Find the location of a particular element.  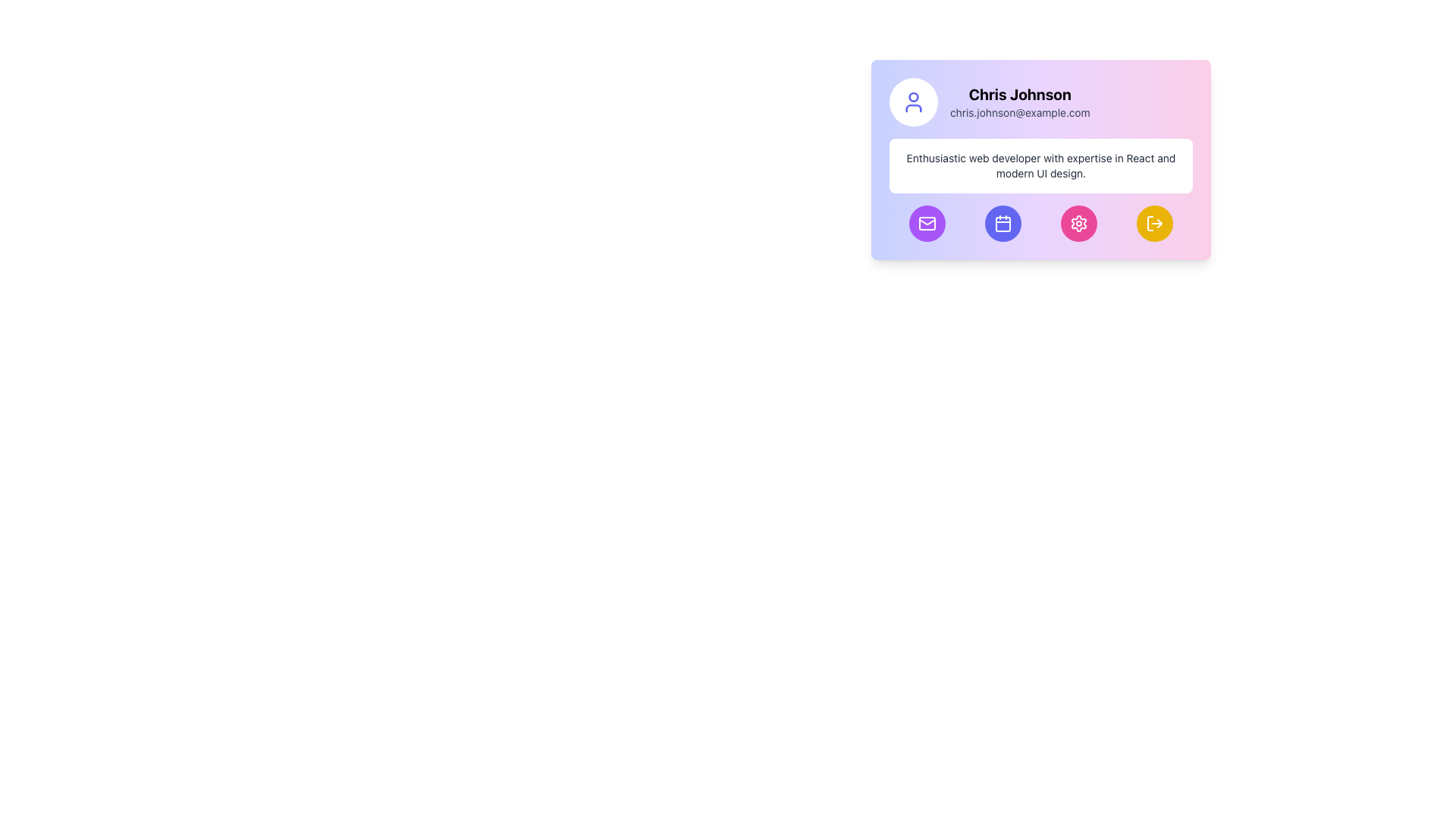

the logout icon, which is a vector graphic located at the lower right of the card interface, to initiate the logout process is located at coordinates (1150, 223).